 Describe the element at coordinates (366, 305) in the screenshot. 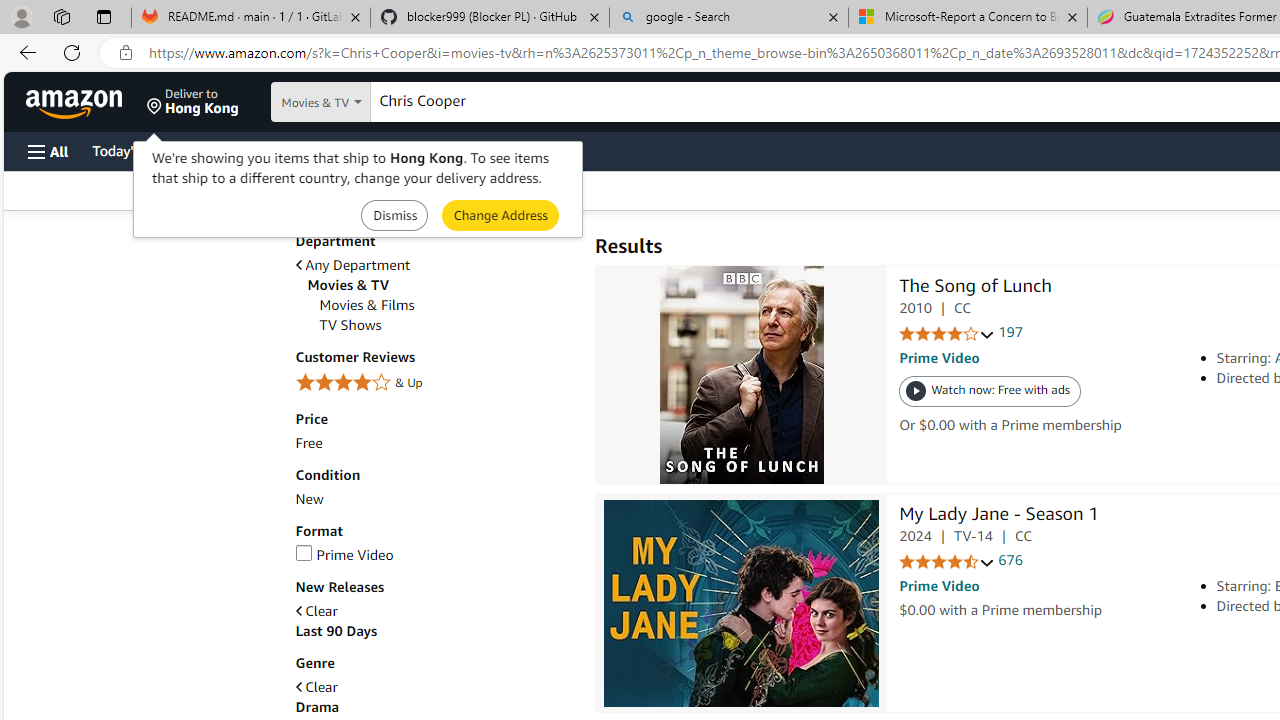

I see `'Movies & Films'` at that location.